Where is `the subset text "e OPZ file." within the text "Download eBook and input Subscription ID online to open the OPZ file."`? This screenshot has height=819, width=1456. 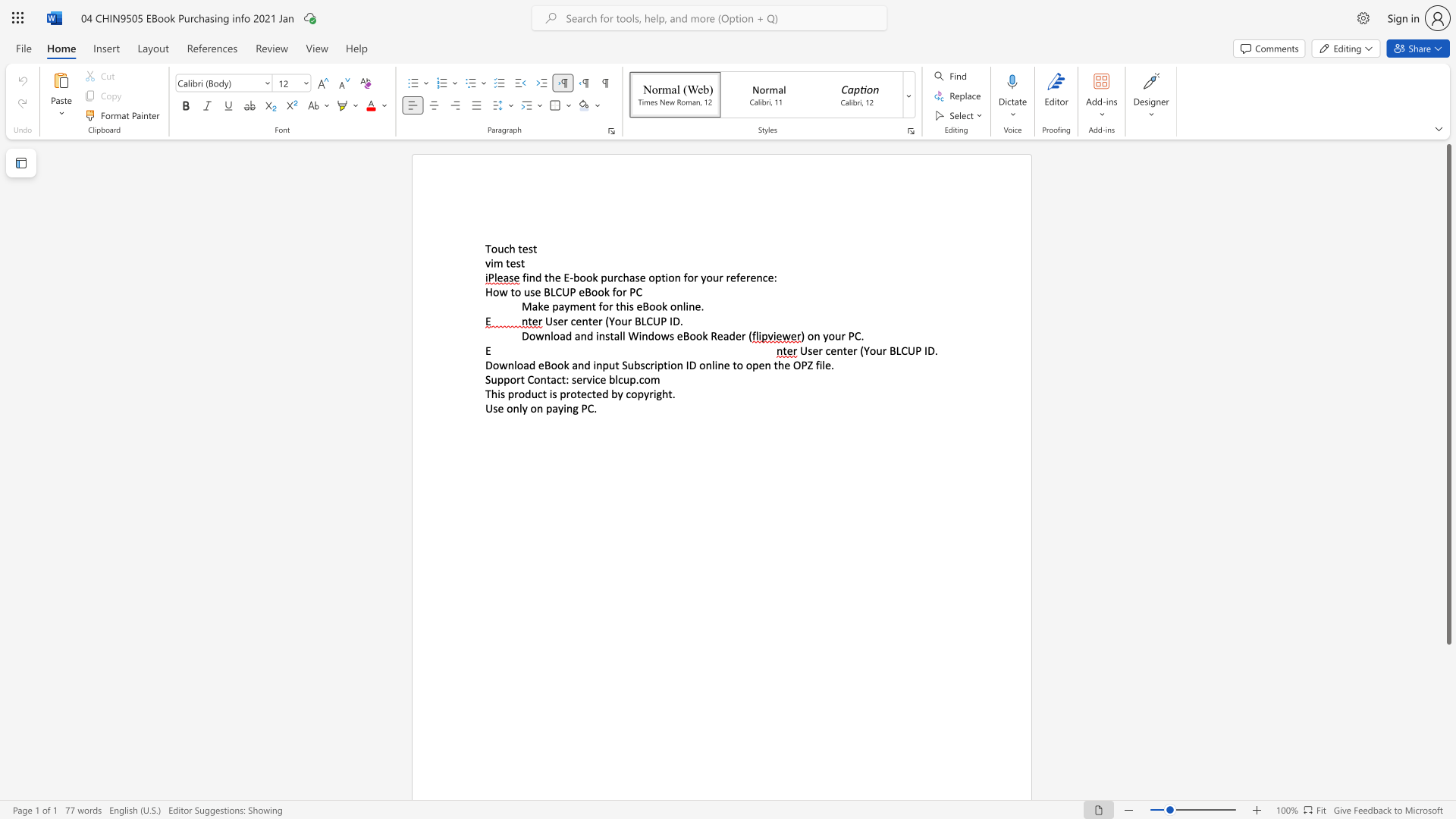 the subset text "e OPZ file." within the text "Download eBook and input Subscription ID online to open the OPZ file." is located at coordinates (784, 365).